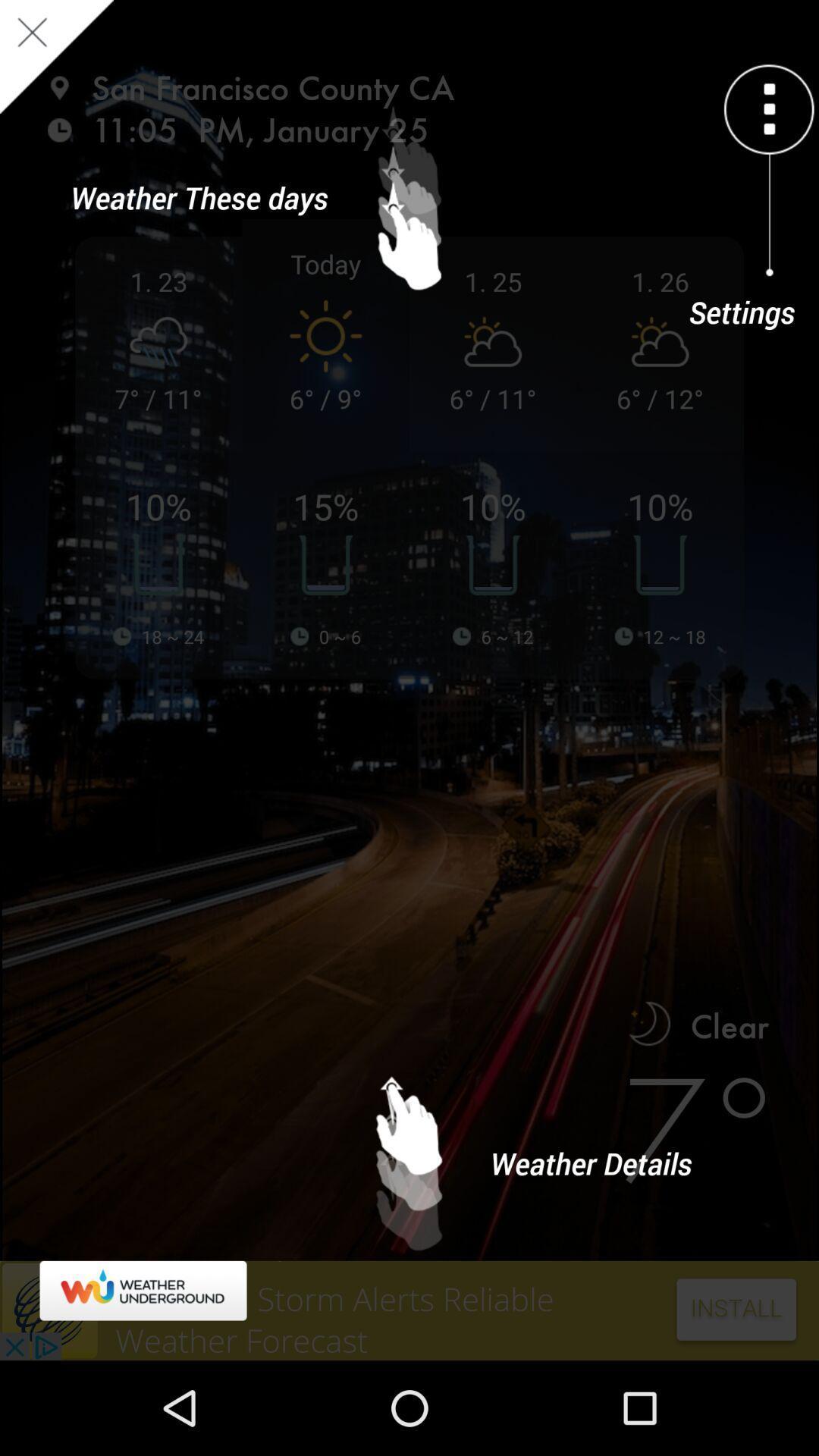 The width and height of the screenshot is (819, 1456). What do you see at coordinates (55, 57) in the screenshot?
I see `the close icon` at bounding box center [55, 57].